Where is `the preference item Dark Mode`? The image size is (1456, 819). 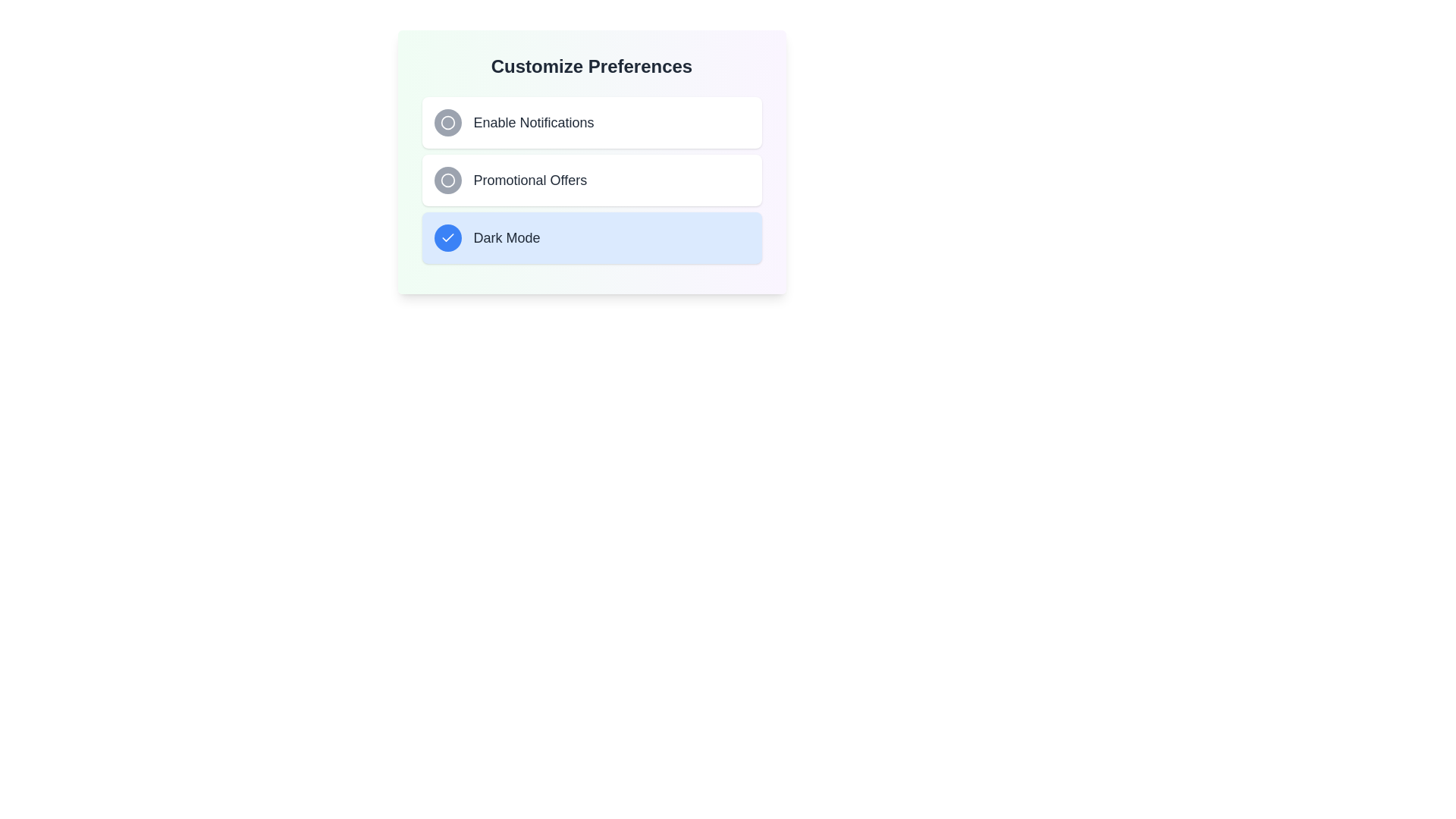
the preference item Dark Mode is located at coordinates (591, 237).